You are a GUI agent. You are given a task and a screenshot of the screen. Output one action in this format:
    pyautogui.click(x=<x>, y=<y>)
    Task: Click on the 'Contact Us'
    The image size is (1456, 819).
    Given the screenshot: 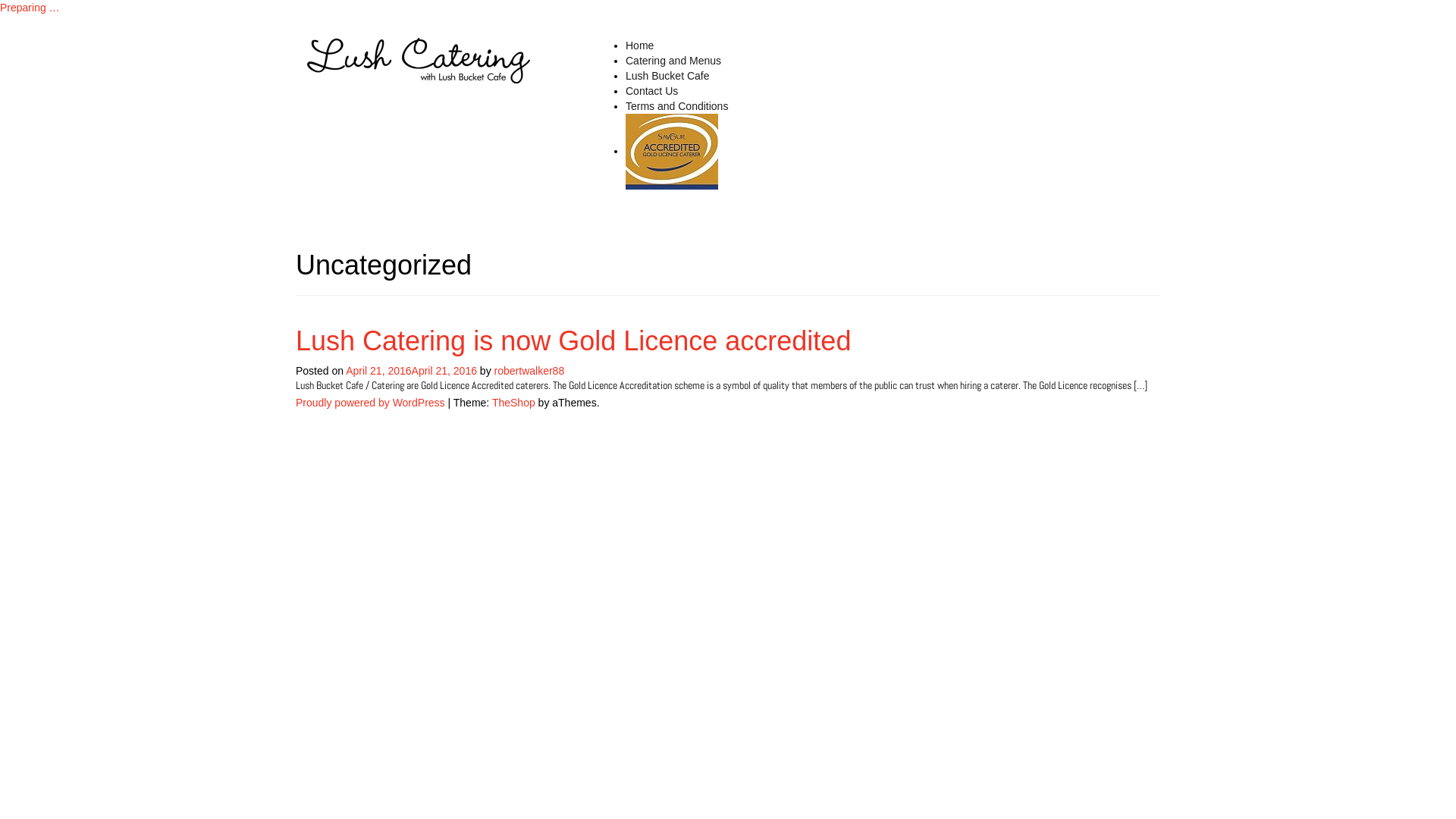 What is the action you would take?
    pyautogui.click(x=651, y=90)
    